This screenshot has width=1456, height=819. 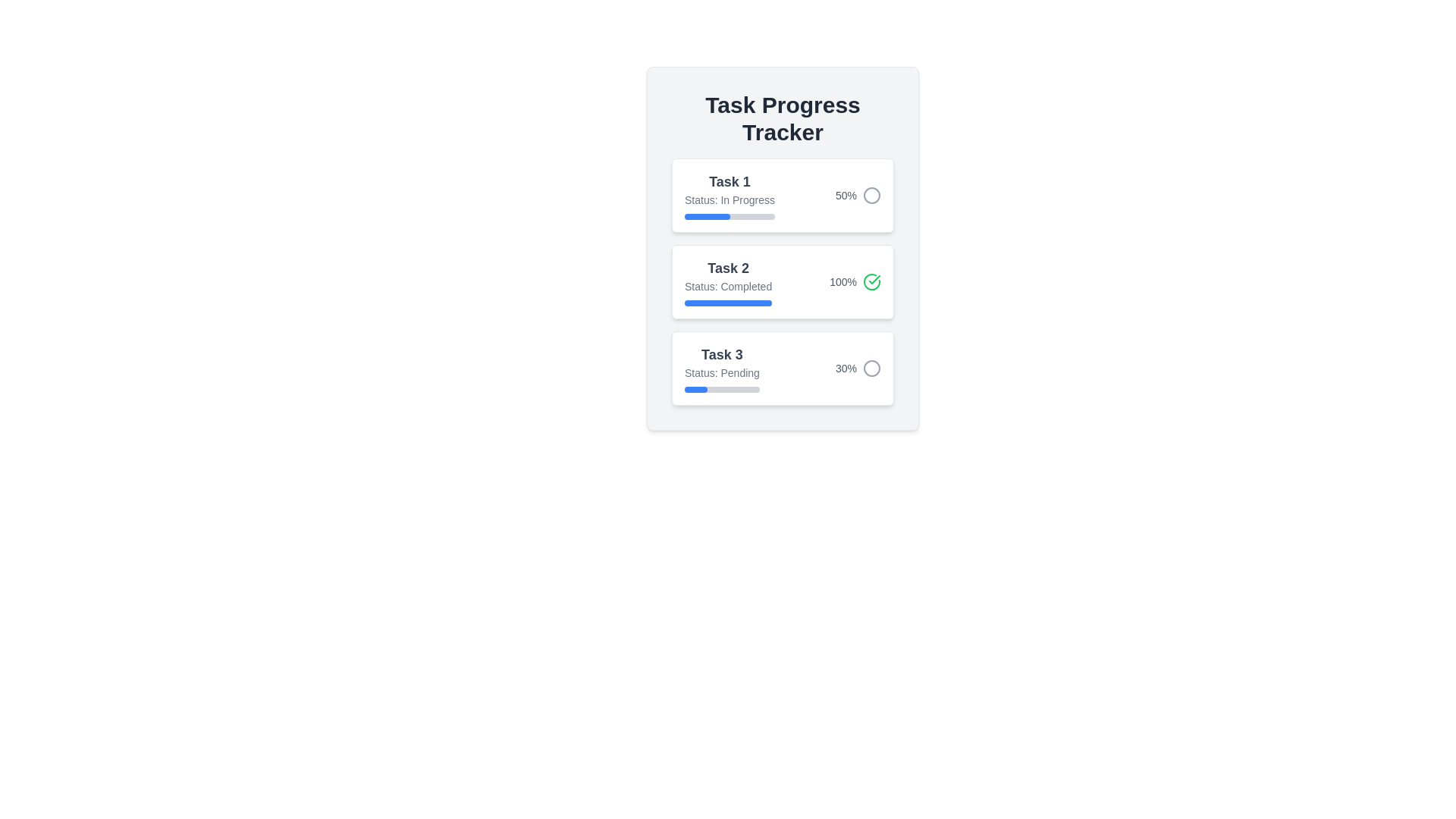 I want to click on information displayed on the task summary card located in the 'Task Progress Tracker', which is the third card in the vertical list of task cards, so click(x=783, y=369).